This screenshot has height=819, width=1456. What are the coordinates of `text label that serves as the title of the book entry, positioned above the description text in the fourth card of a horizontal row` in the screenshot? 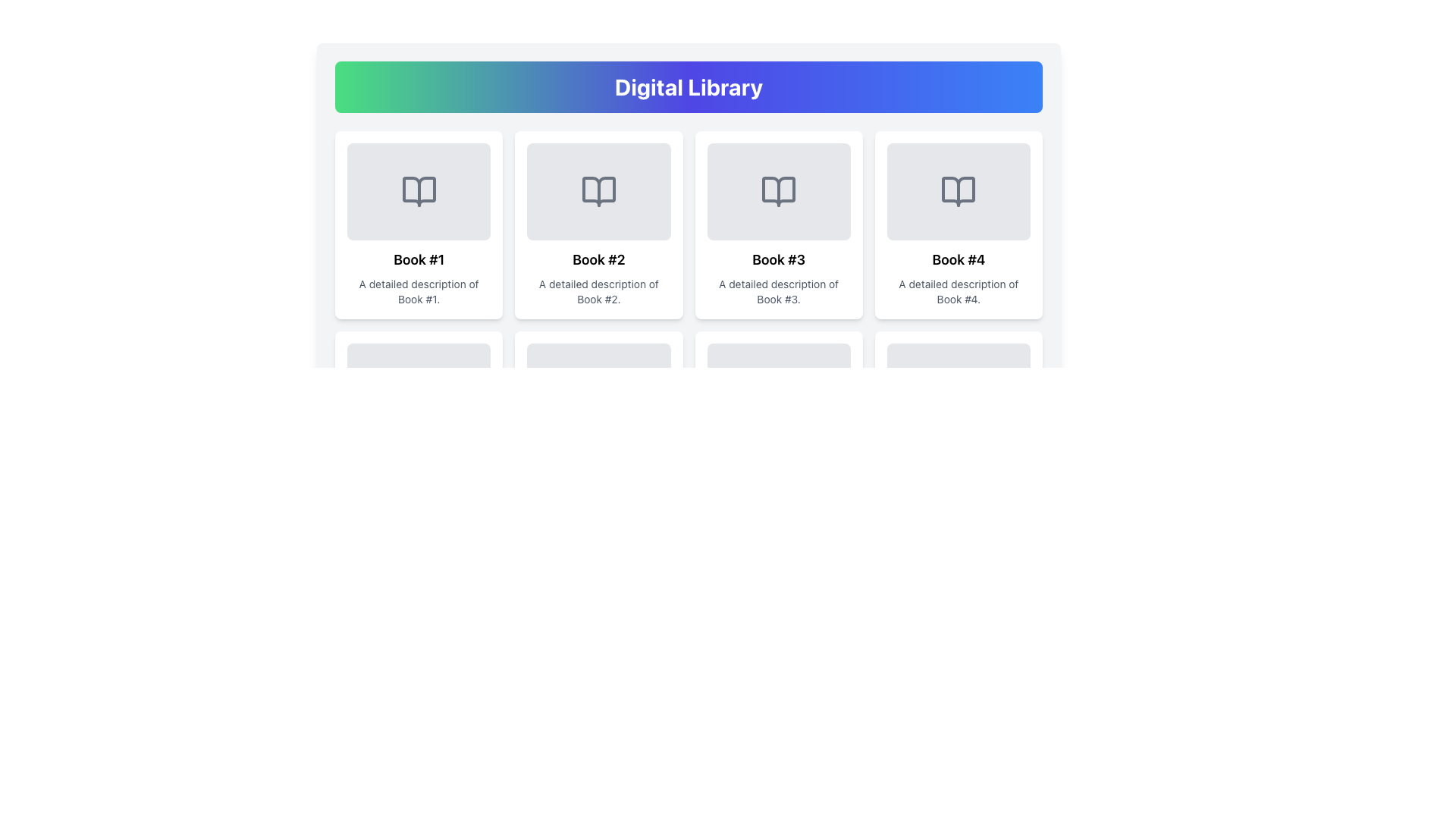 It's located at (958, 259).